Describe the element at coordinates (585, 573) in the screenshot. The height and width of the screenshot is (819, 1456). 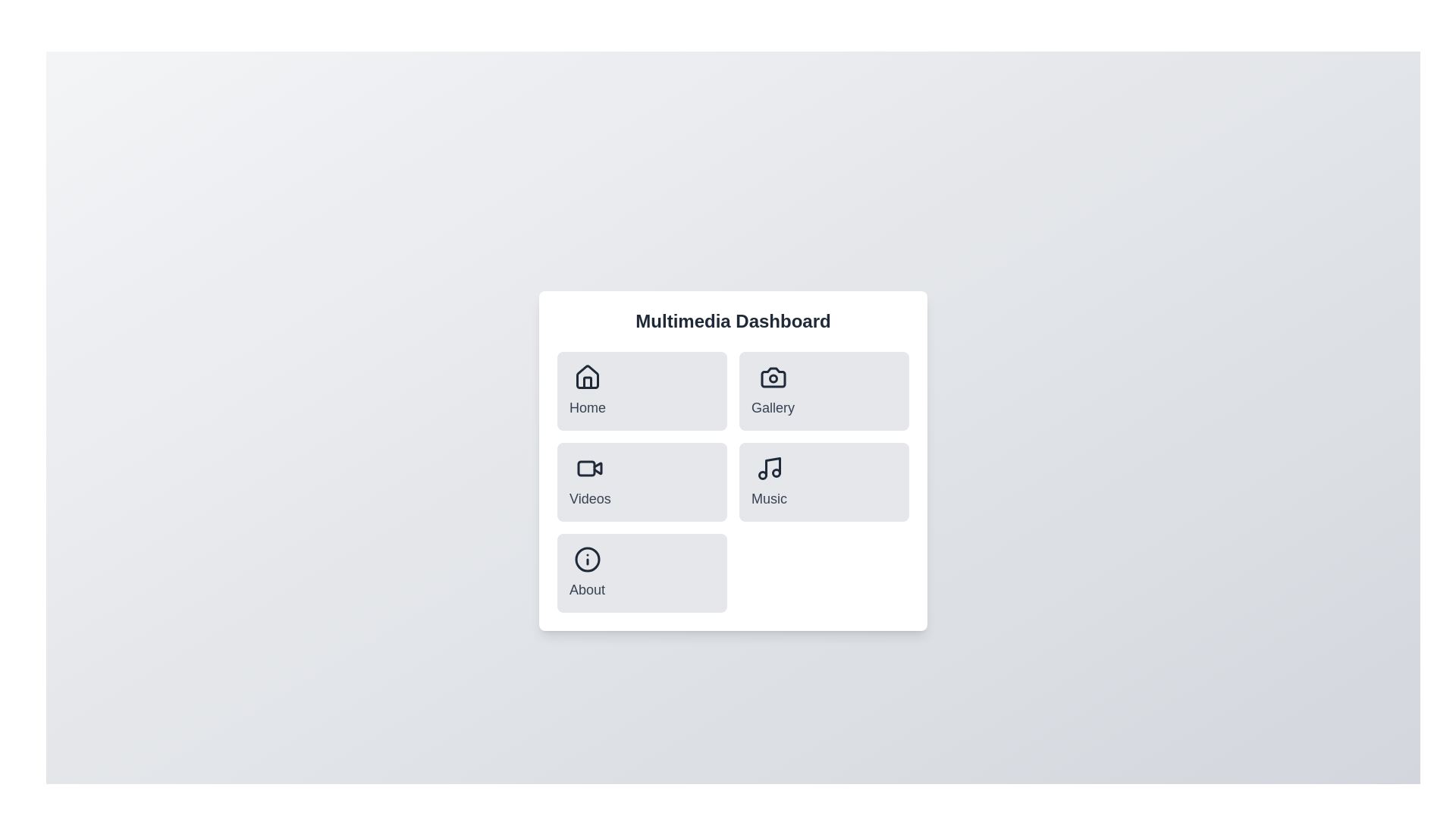
I see `the menu item labeled About to display its description` at that location.